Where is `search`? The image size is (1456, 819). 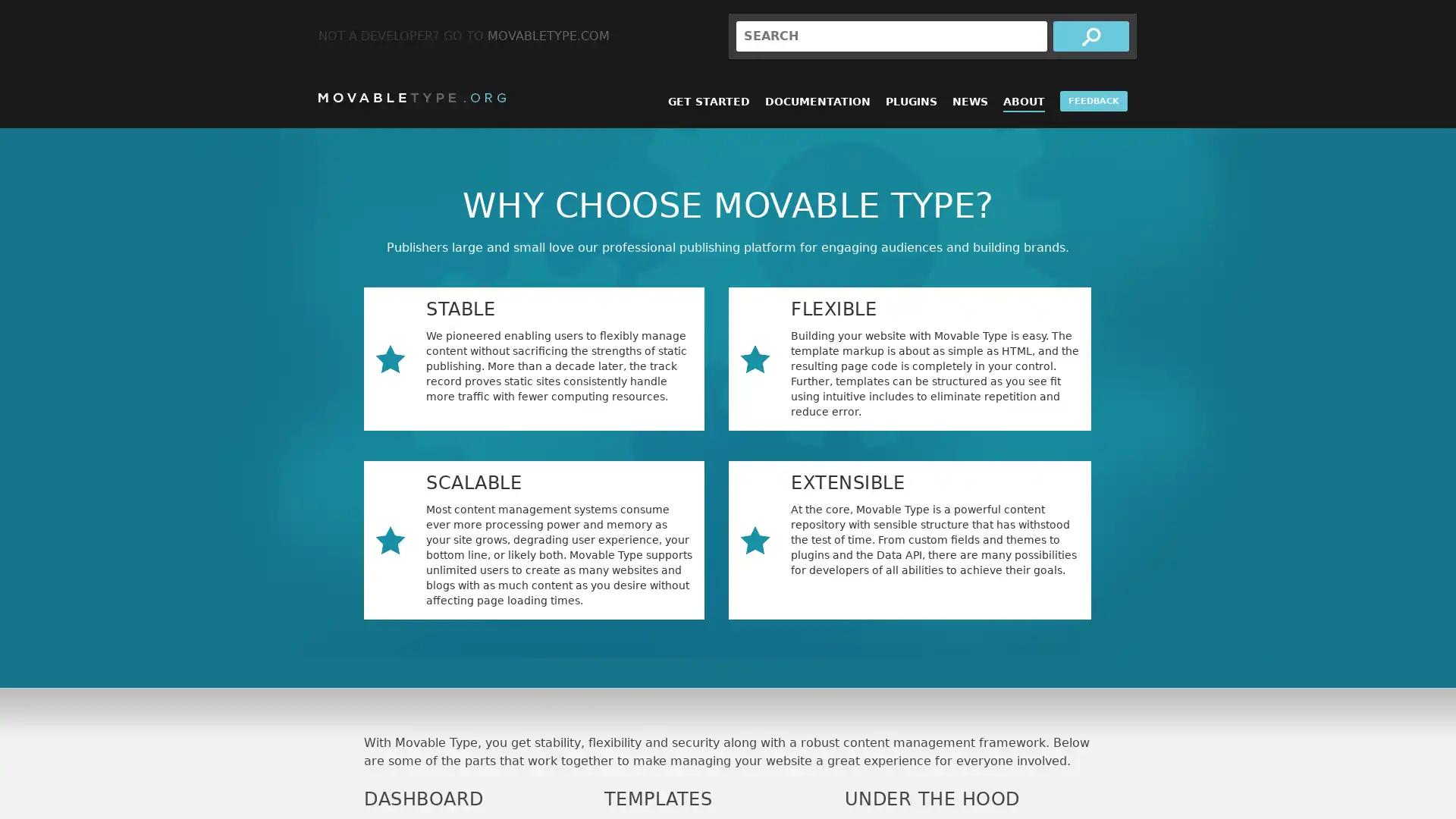 search is located at coordinates (1090, 35).